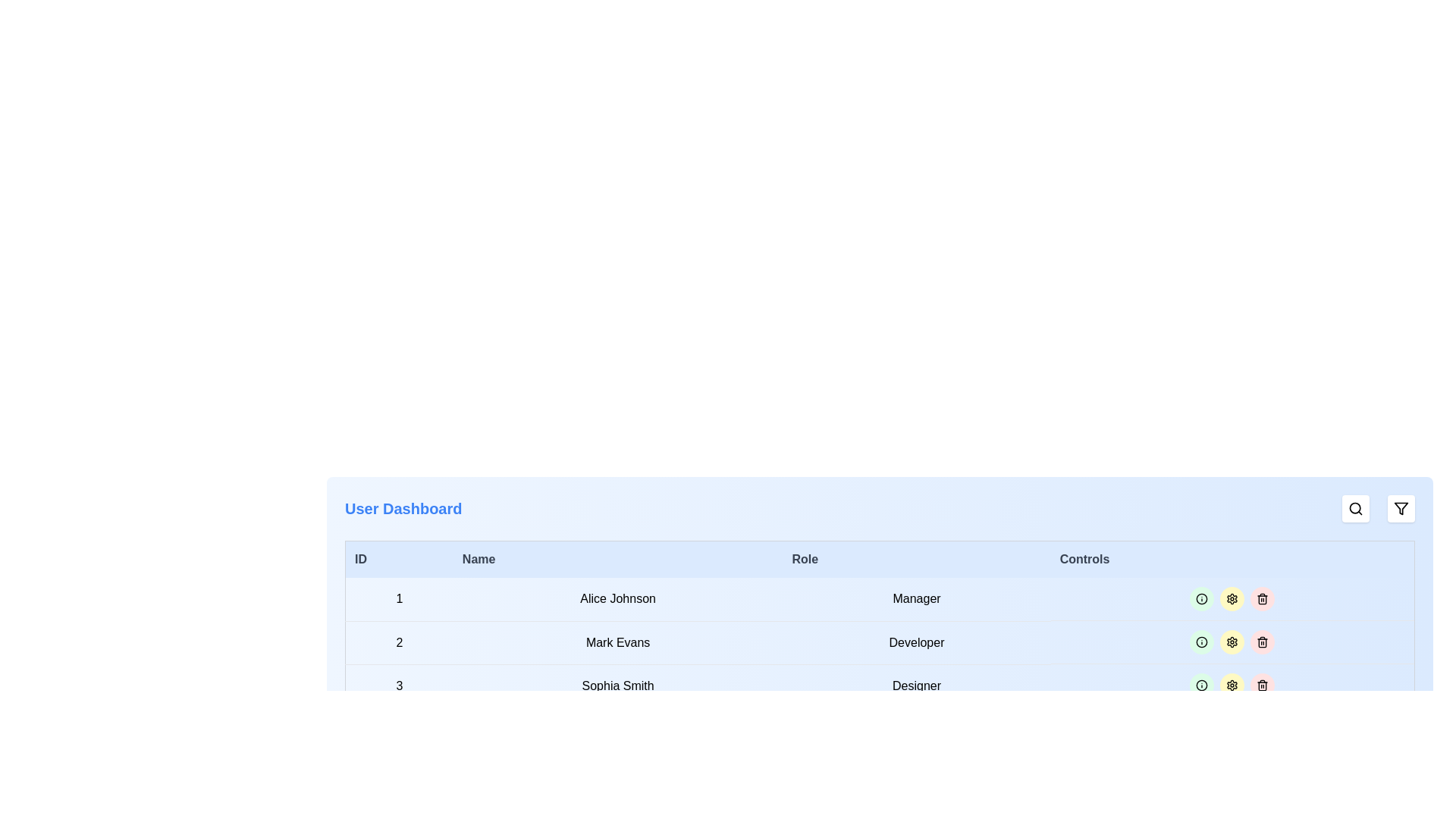 Image resolution: width=1456 pixels, height=819 pixels. Describe the element at coordinates (618, 686) in the screenshot. I see `the label displaying the name associated with the third entry in the User Dashboard table located in the third row, second column under the Name column` at that location.